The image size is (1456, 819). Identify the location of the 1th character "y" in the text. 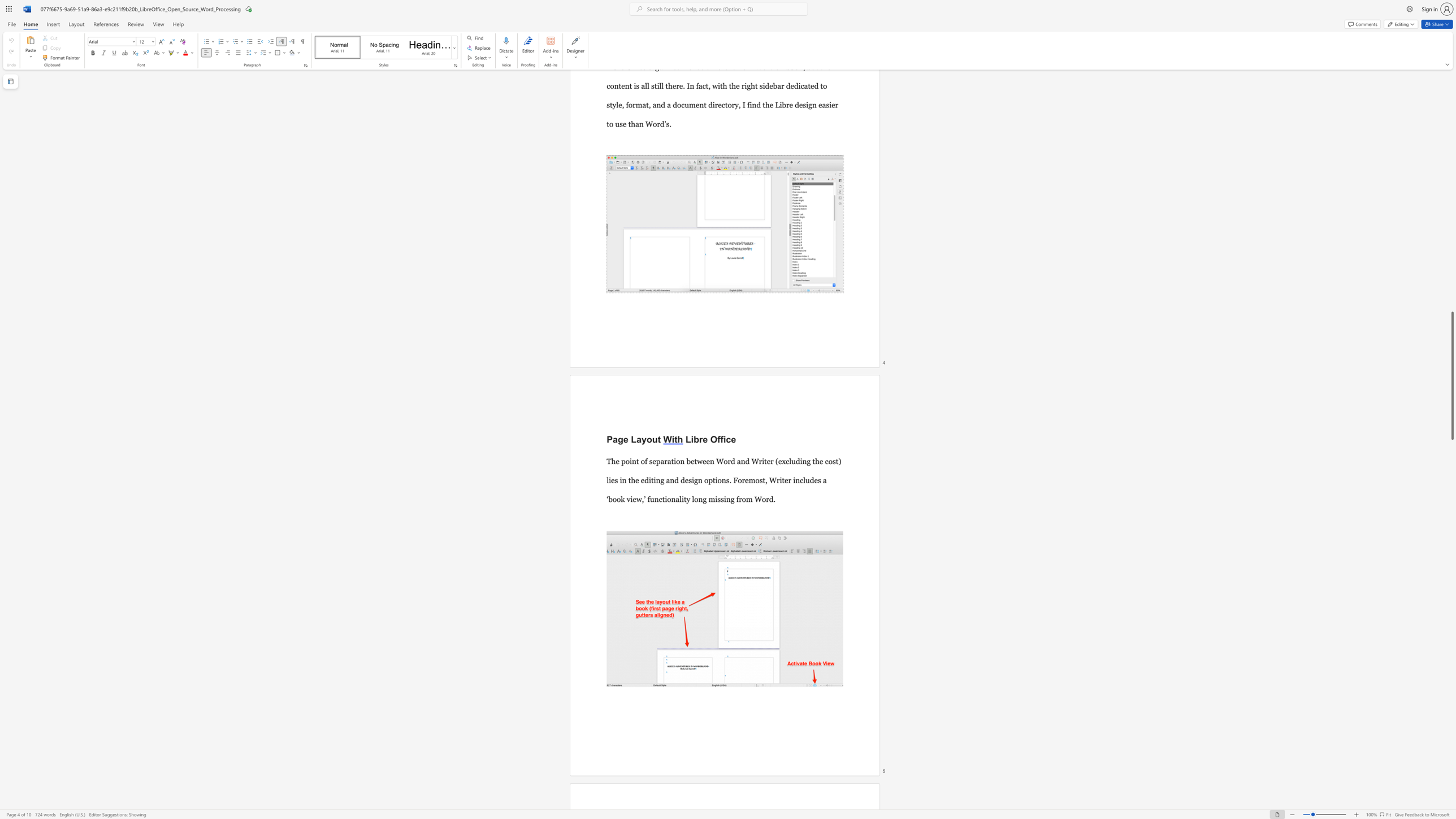
(643, 439).